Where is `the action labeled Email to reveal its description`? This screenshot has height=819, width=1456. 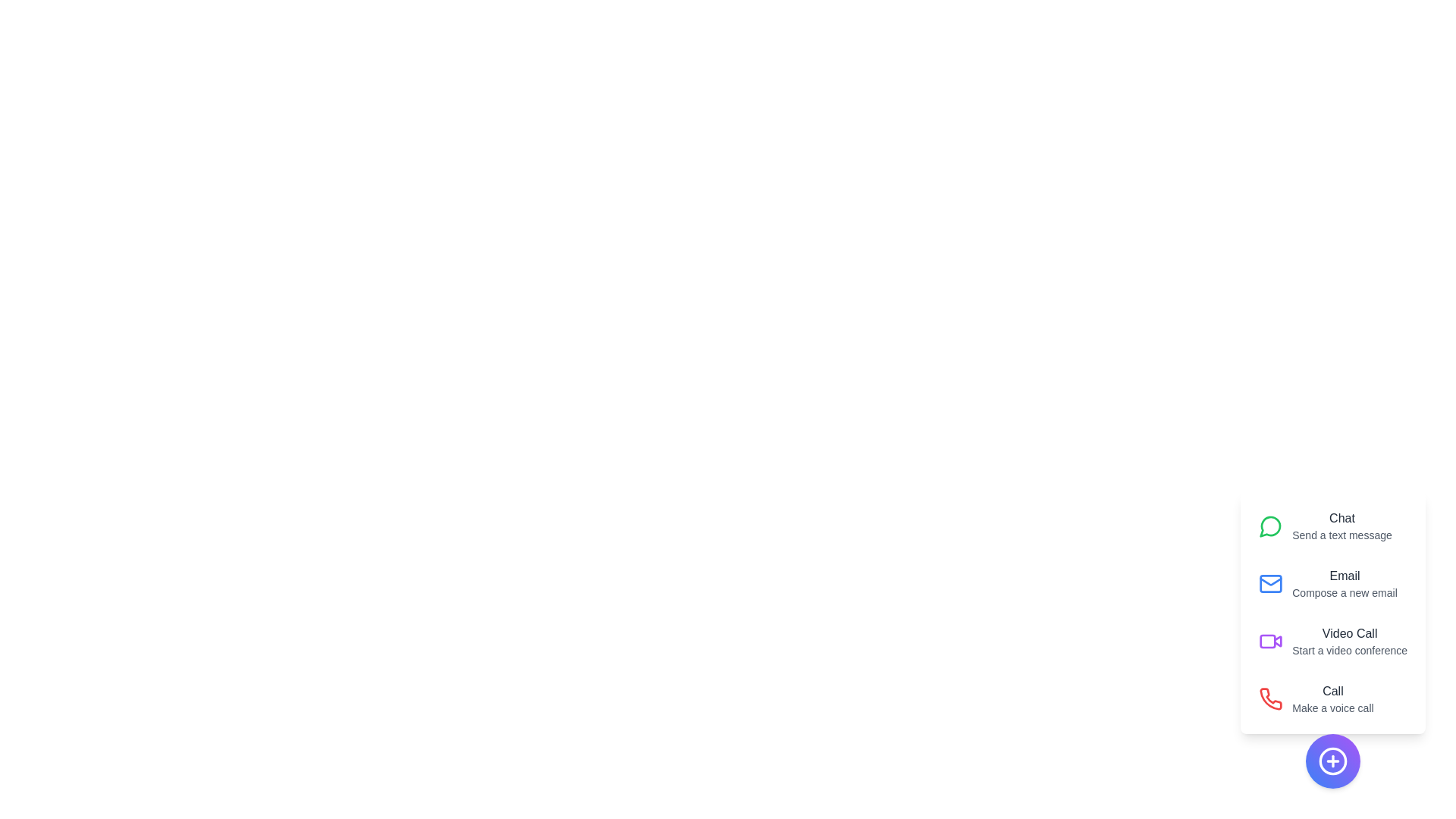 the action labeled Email to reveal its description is located at coordinates (1332, 583).